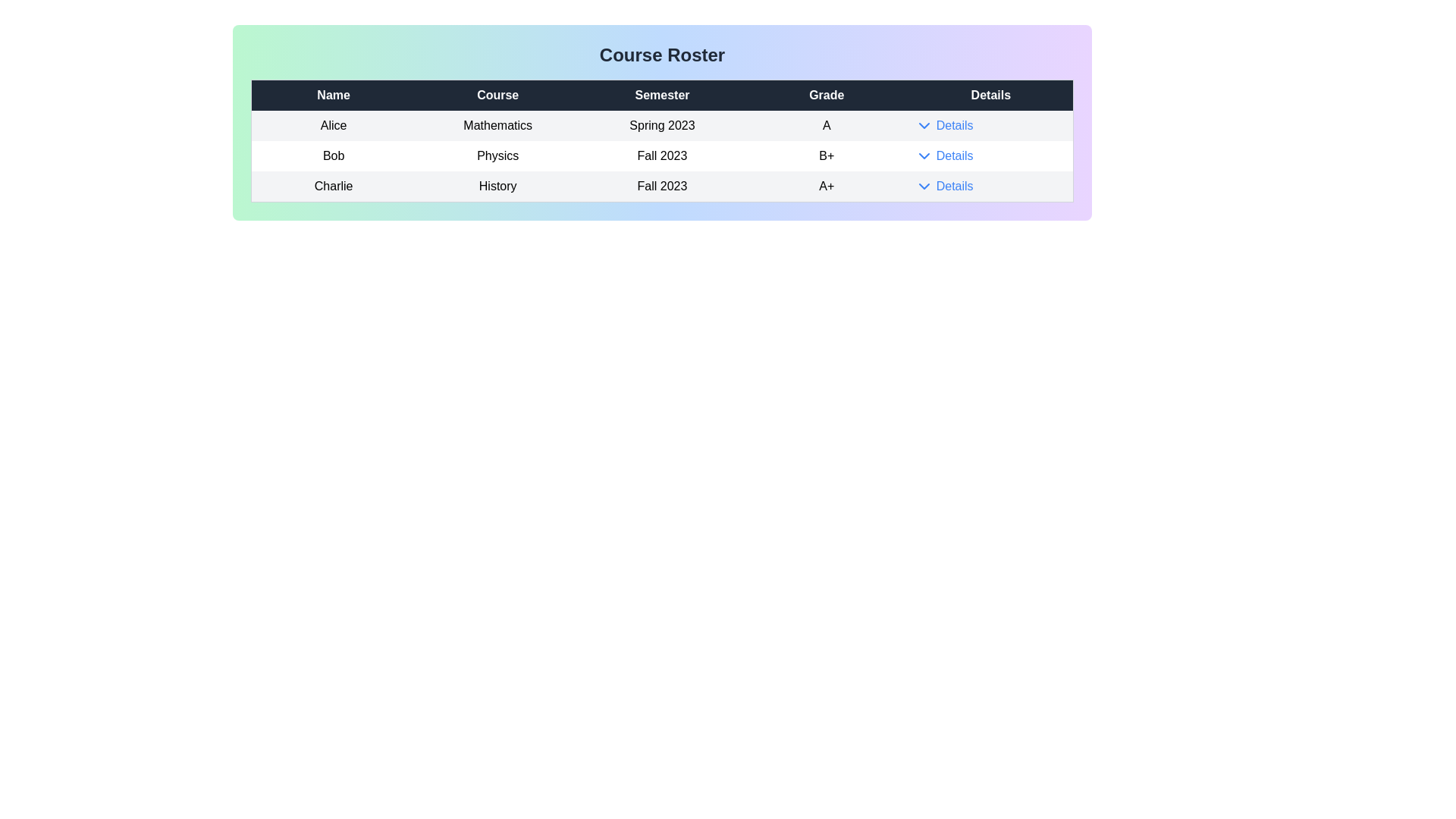  What do you see at coordinates (662, 95) in the screenshot?
I see `the 'Semester' header element, which categorizes the data in the corresponding column of the tabular interface` at bounding box center [662, 95].